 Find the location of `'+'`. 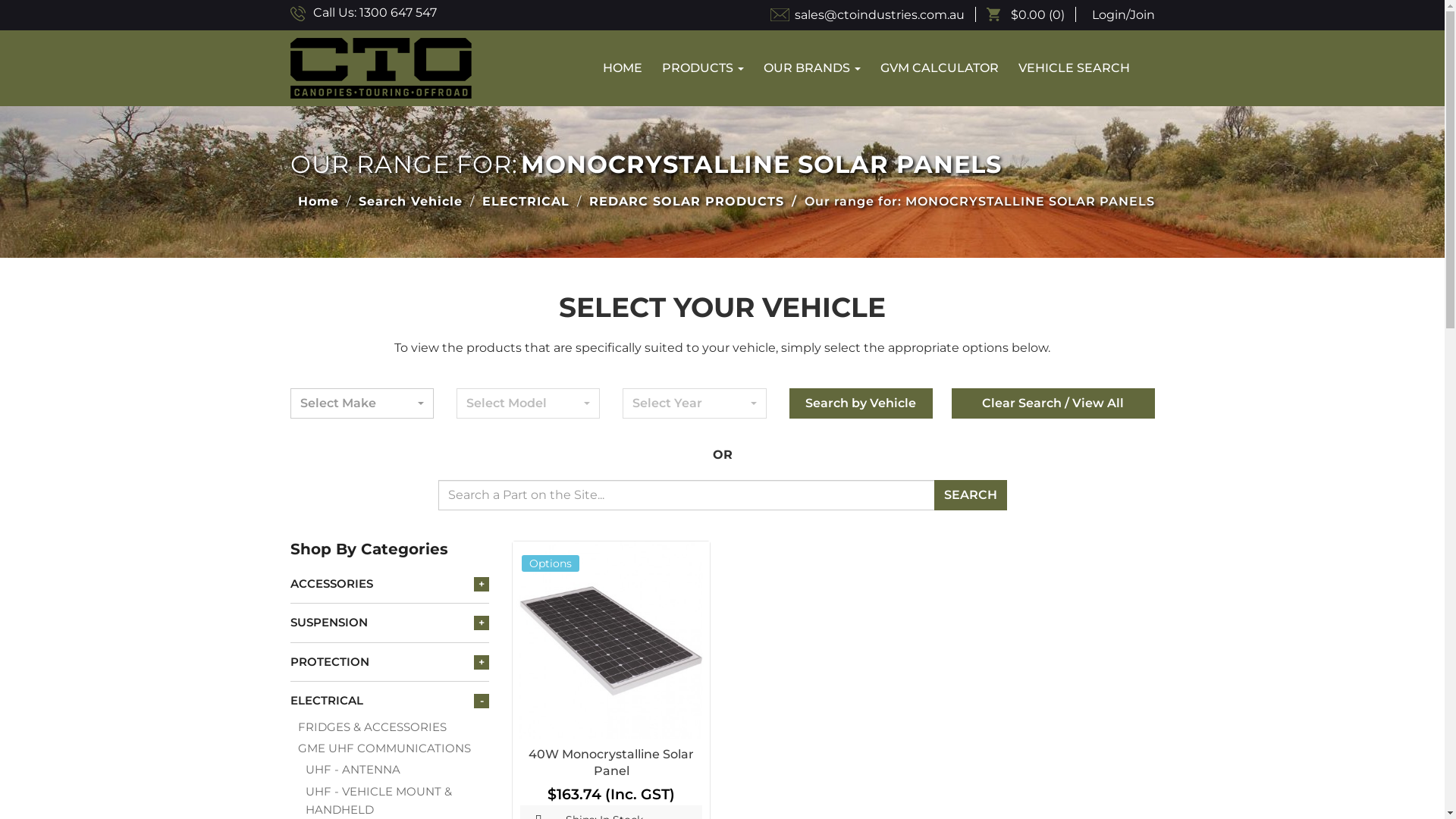

'+' is located at coordinates (472, 583).